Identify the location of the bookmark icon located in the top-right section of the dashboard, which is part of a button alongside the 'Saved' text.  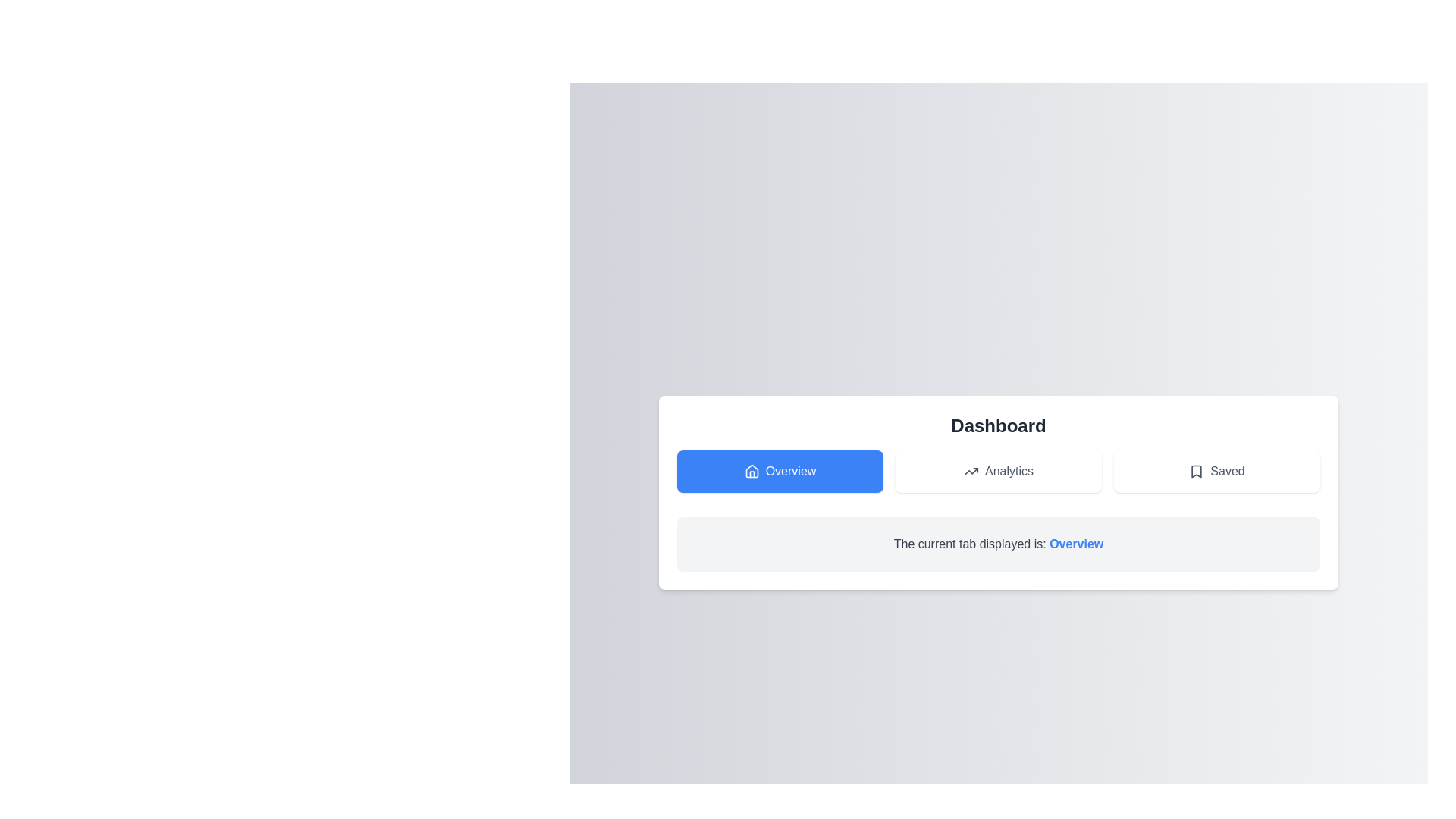
(1196, 470).